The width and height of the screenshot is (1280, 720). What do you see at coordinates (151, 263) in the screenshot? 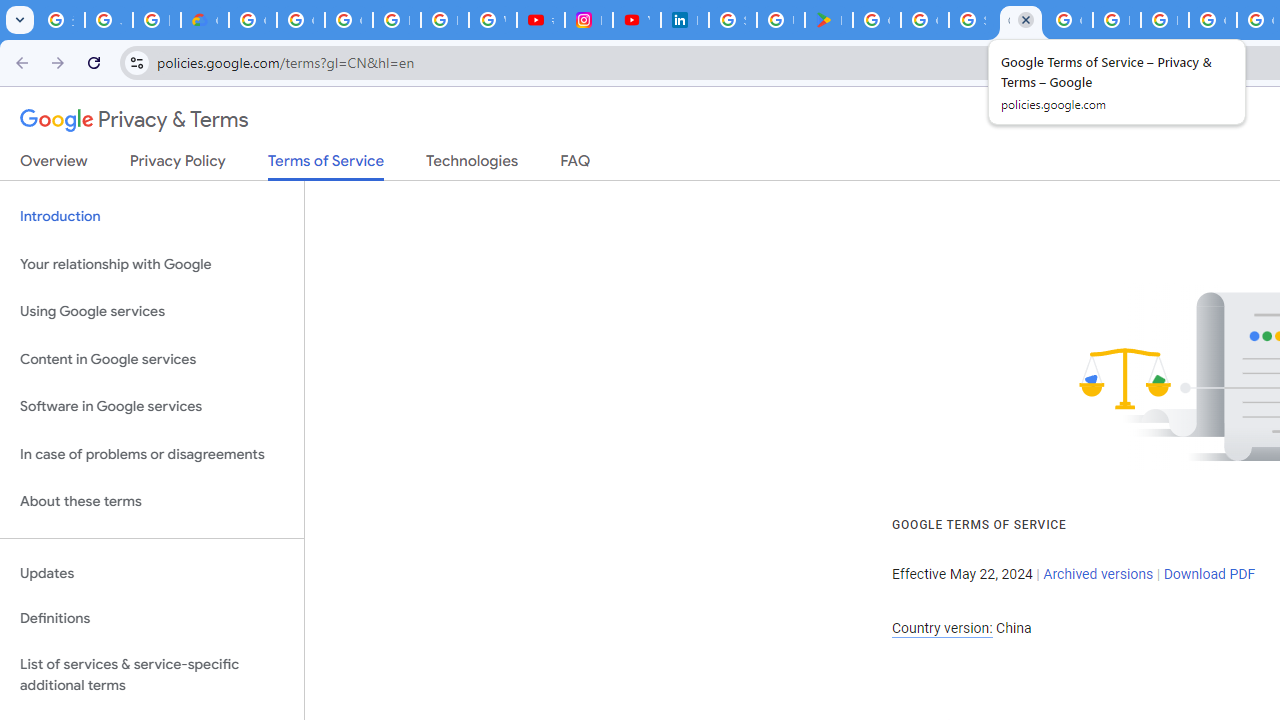
I see `'Your relationship with Google'` at bounding box center [151, 263].